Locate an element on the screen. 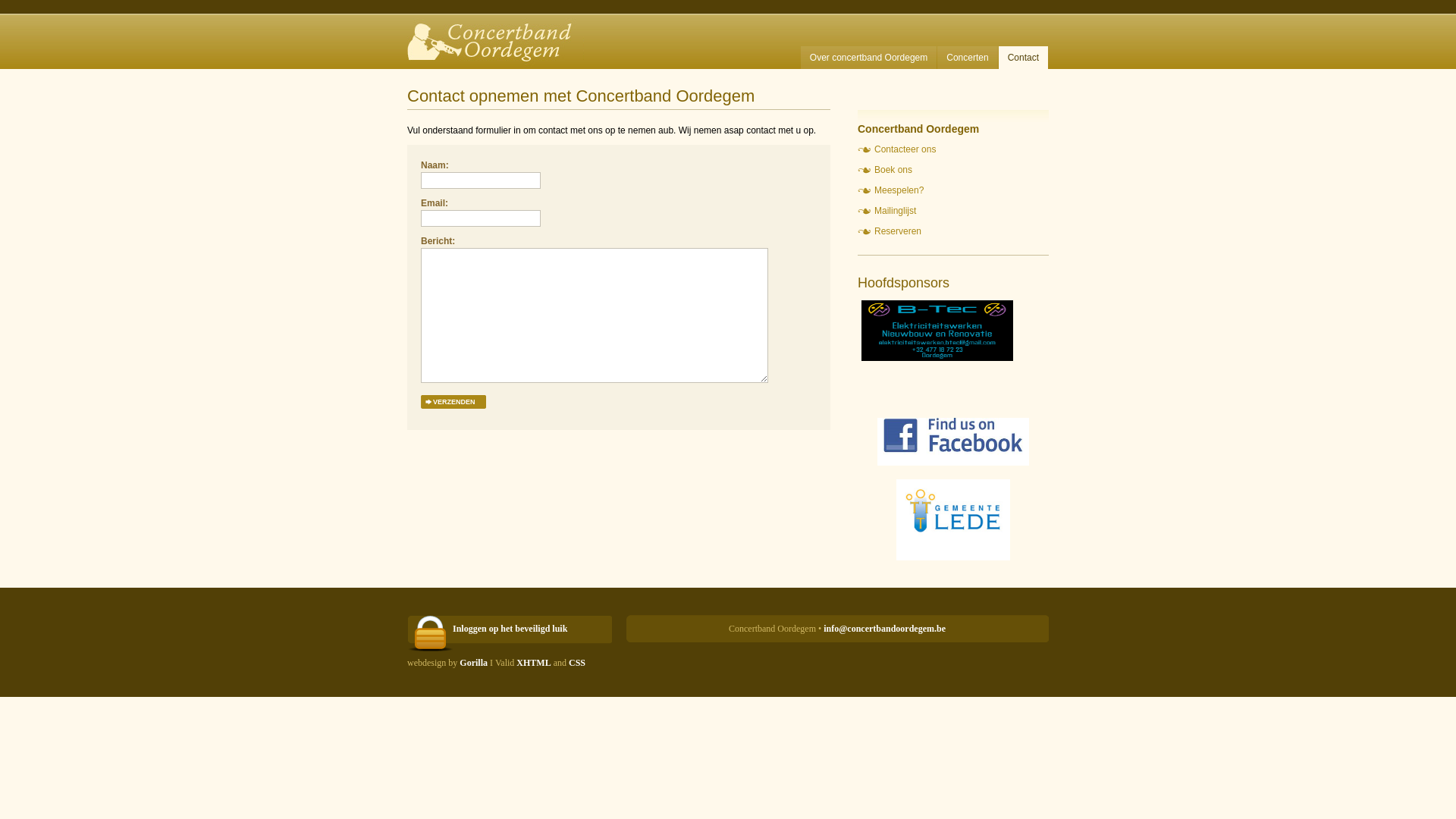 The height and width of the screenshot is (819, 1456). 'Concerten' is located at coordinates (966, 57).